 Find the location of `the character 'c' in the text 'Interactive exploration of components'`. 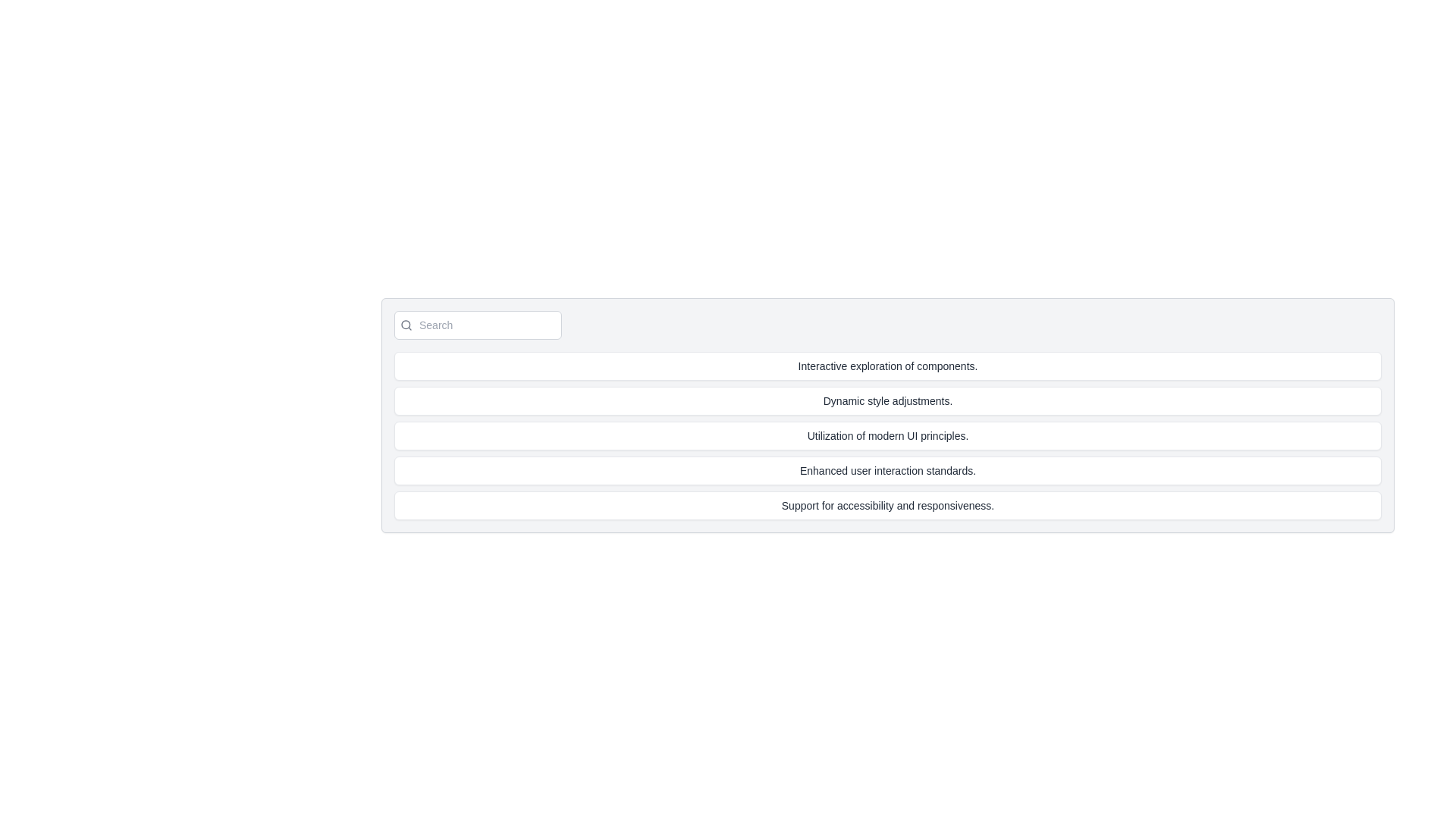

the character 'c' in the text 'Interactive exploration of components' is located at coordinates (918, 366).